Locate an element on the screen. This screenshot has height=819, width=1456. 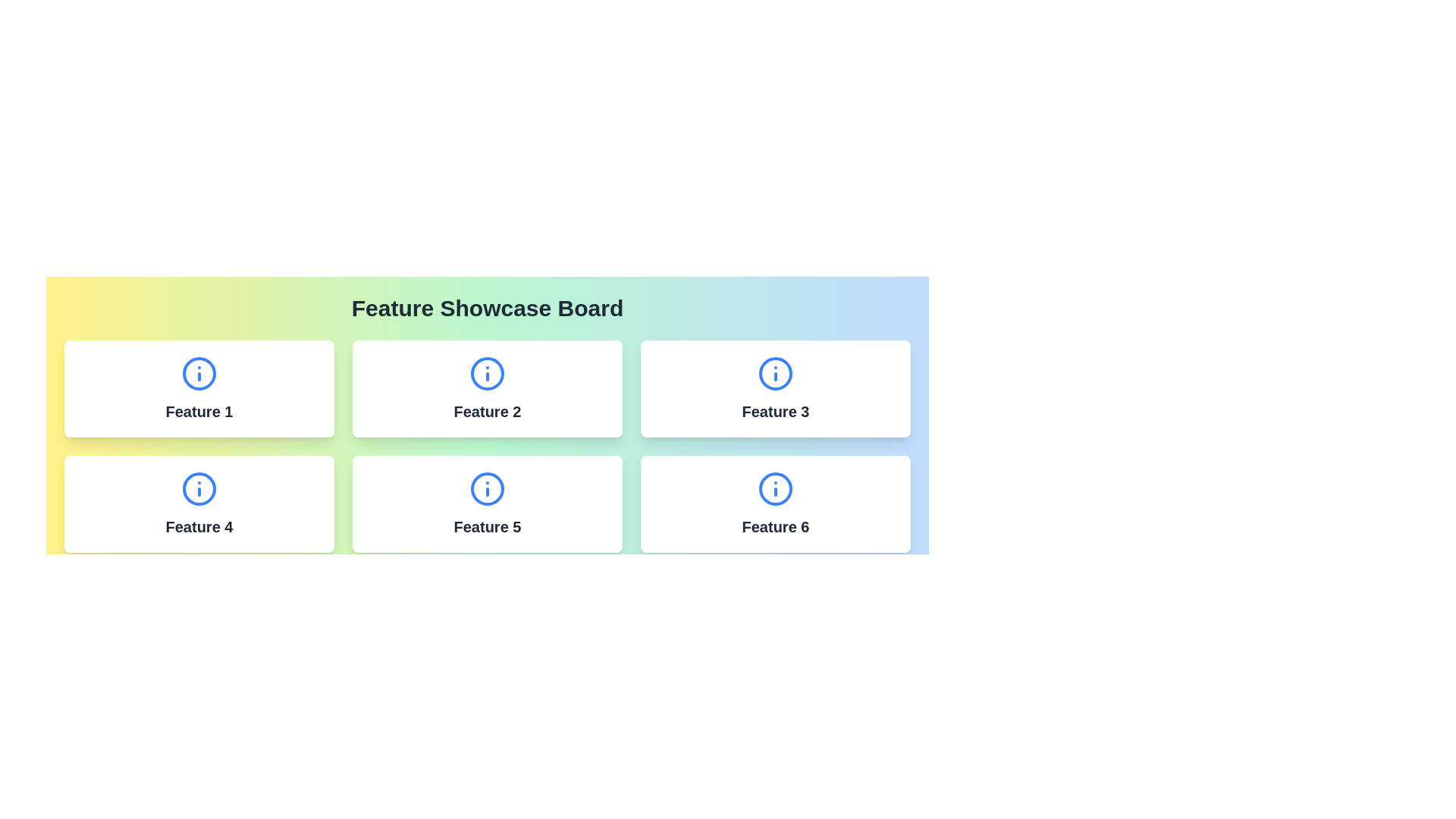
the circular information icon located within the 'Feature 5' card in the second row and second column of the feature showcase grid is located at coordinates (488, 488).